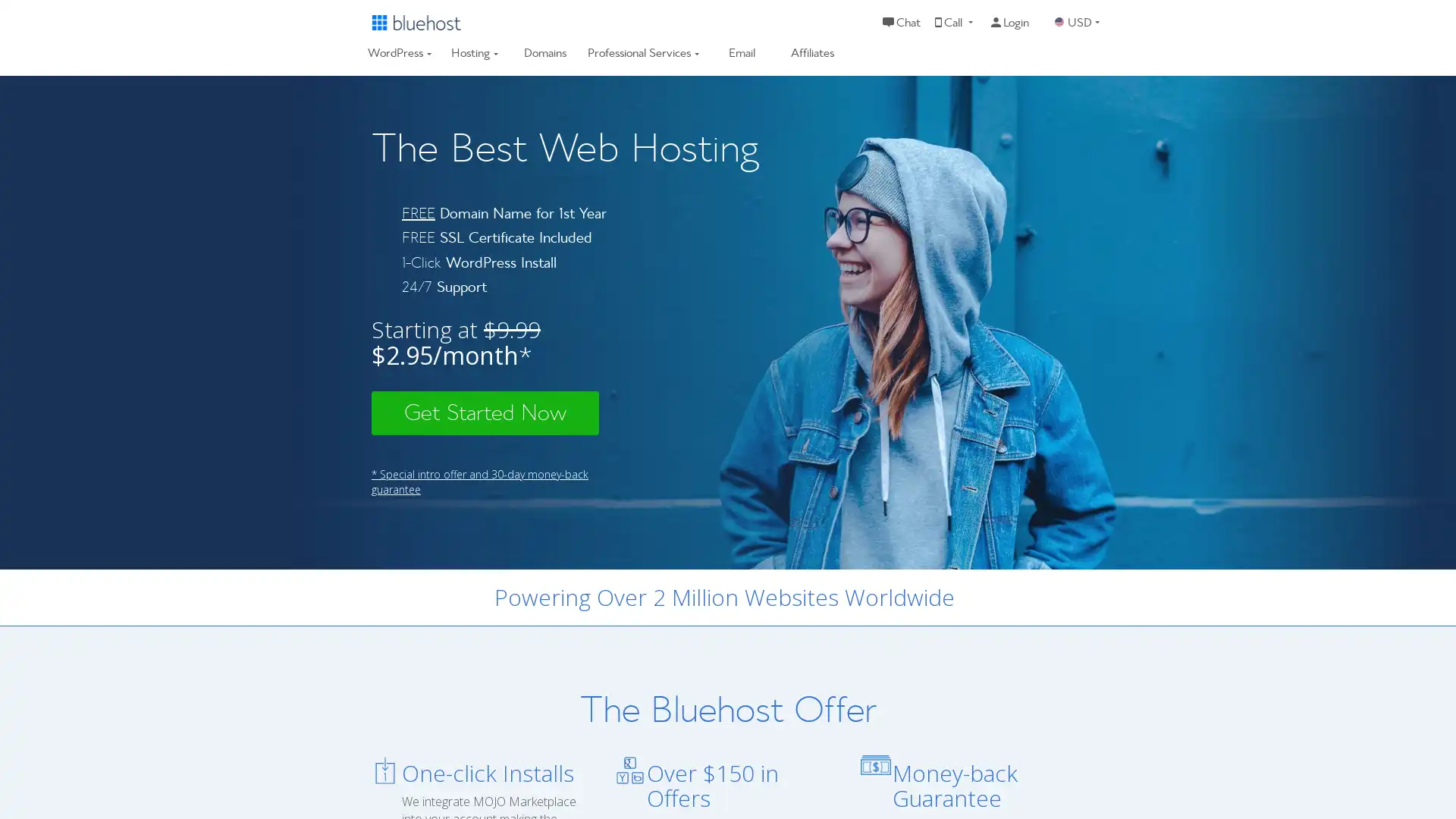  Describe the element at coordinates (154, 730) in the screenshot. I see `Got It` at that location.